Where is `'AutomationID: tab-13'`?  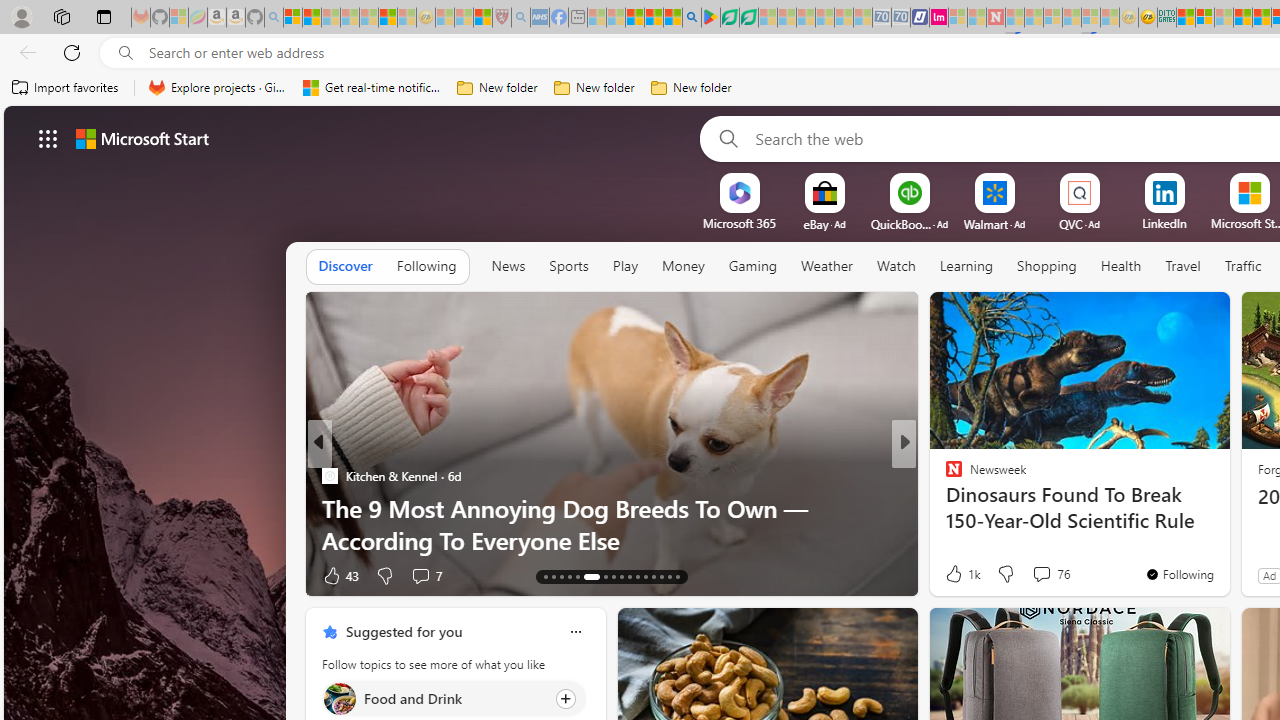
'AutomationID: tab-13' is located at coordinates (545, 577).